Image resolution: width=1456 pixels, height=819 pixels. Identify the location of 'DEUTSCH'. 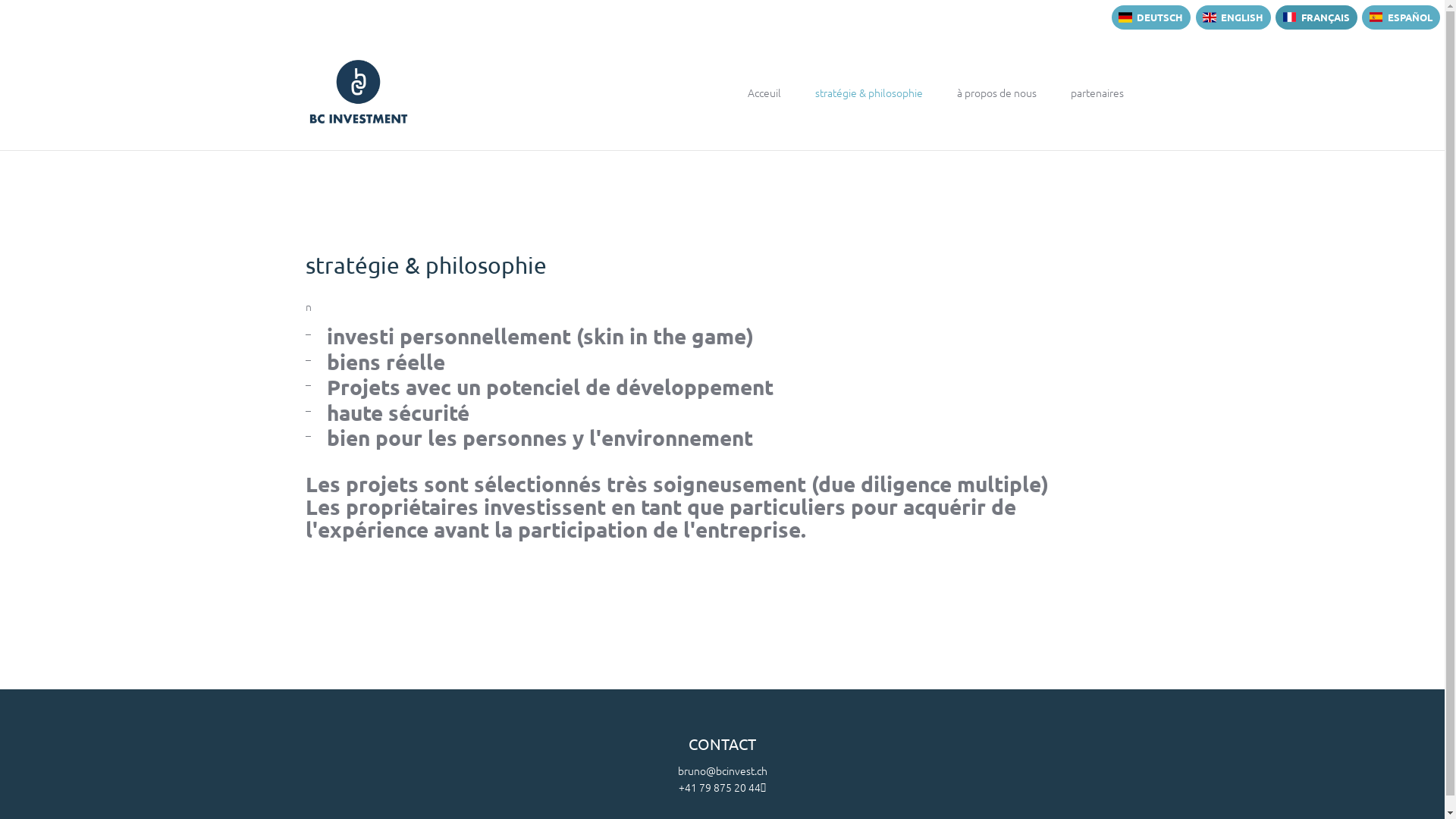
(1150, 17).